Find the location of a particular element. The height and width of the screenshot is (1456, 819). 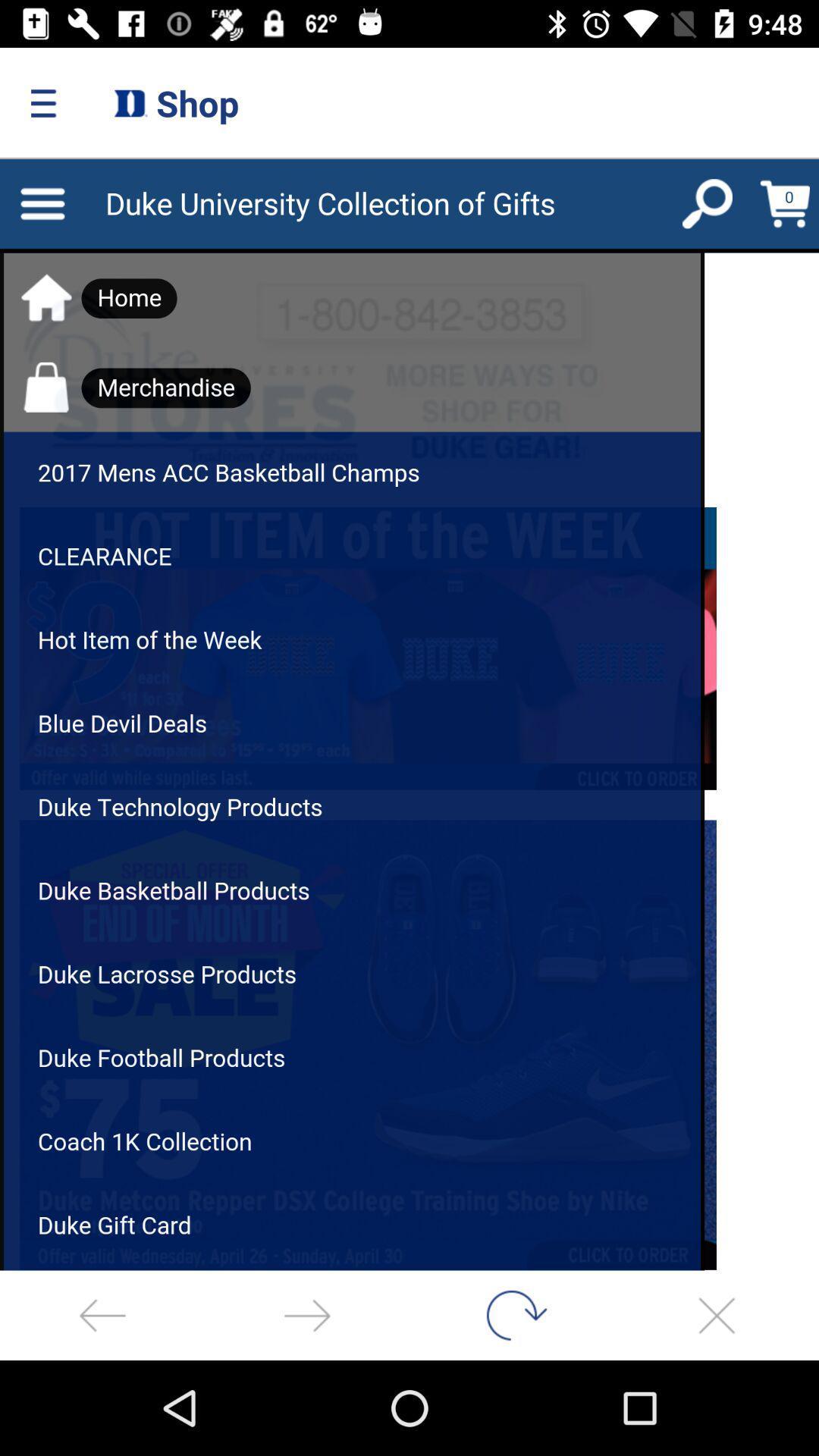

the arrow_forward icon is located at coordinates (307, 1314).